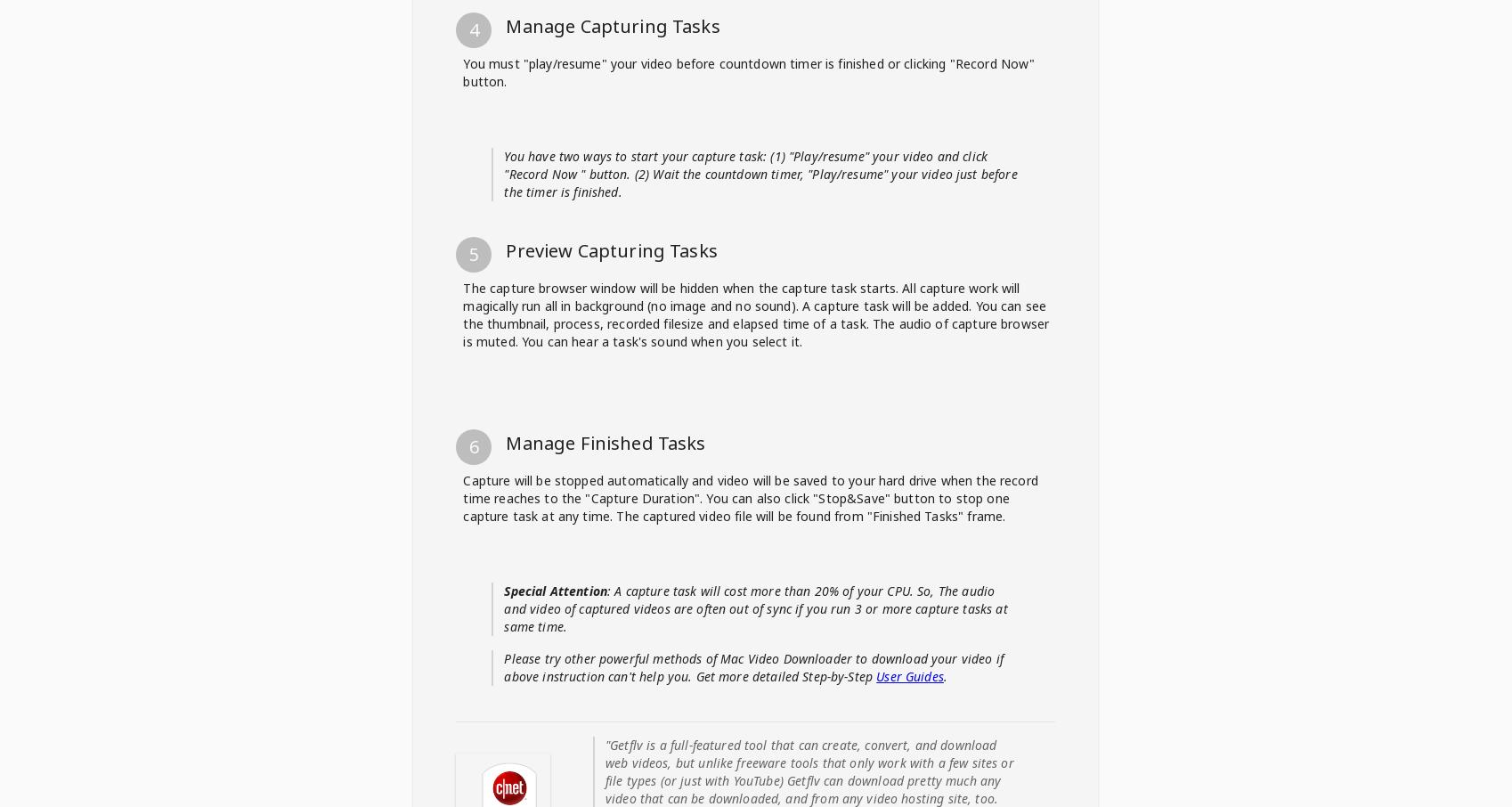  Describe the element at coordinates (760, 685) in the screenshot. I see `'You have two ways to start your capture task: (1) "Play/resume" your video and click "Record Now " button. (2) Wait the countdown timer, "Play/resume" your video just before the timer is finished.'` at that location.